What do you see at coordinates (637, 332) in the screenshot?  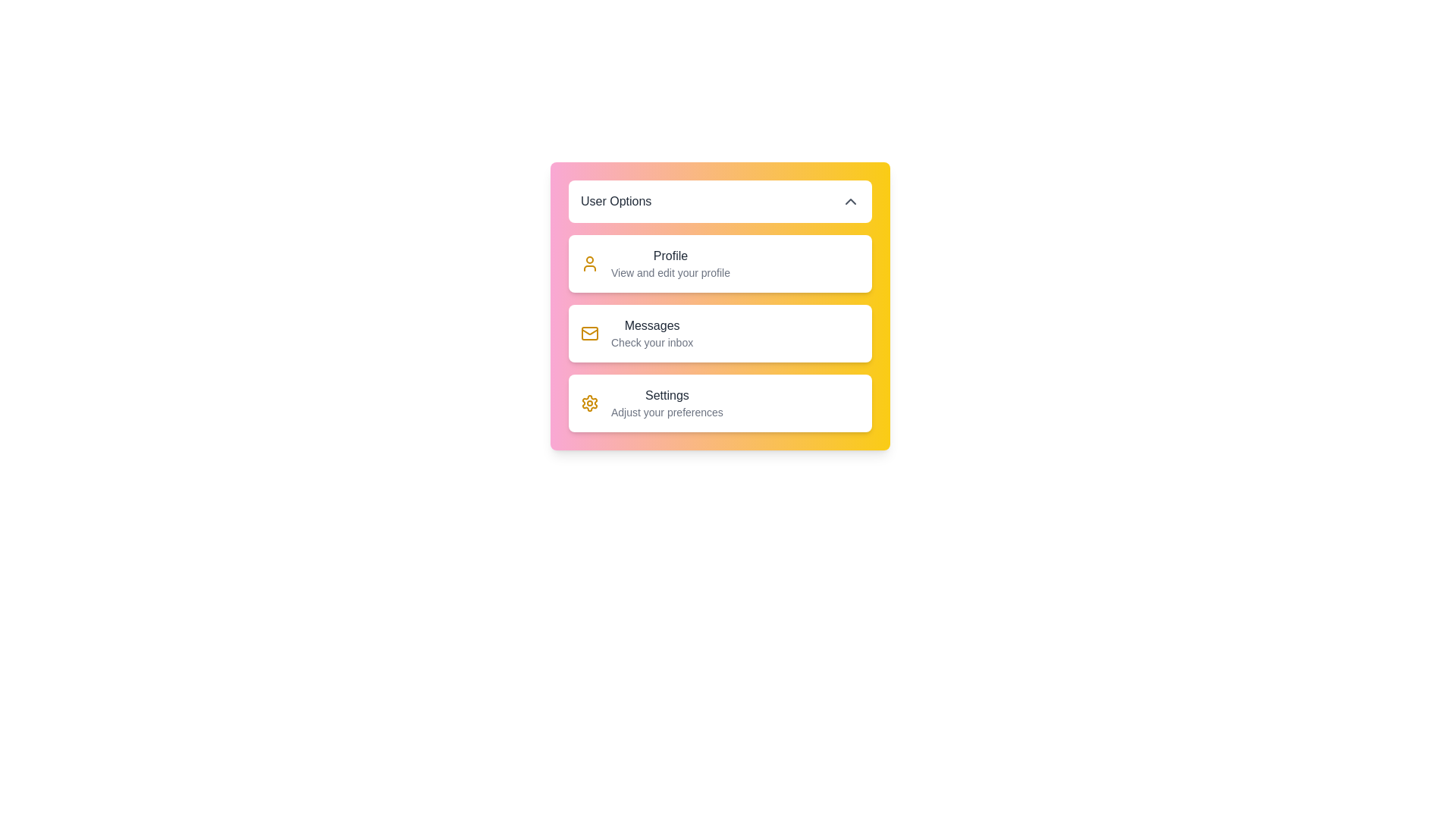 I see `the option Messages from the menu` at bounding box center [637, 332].